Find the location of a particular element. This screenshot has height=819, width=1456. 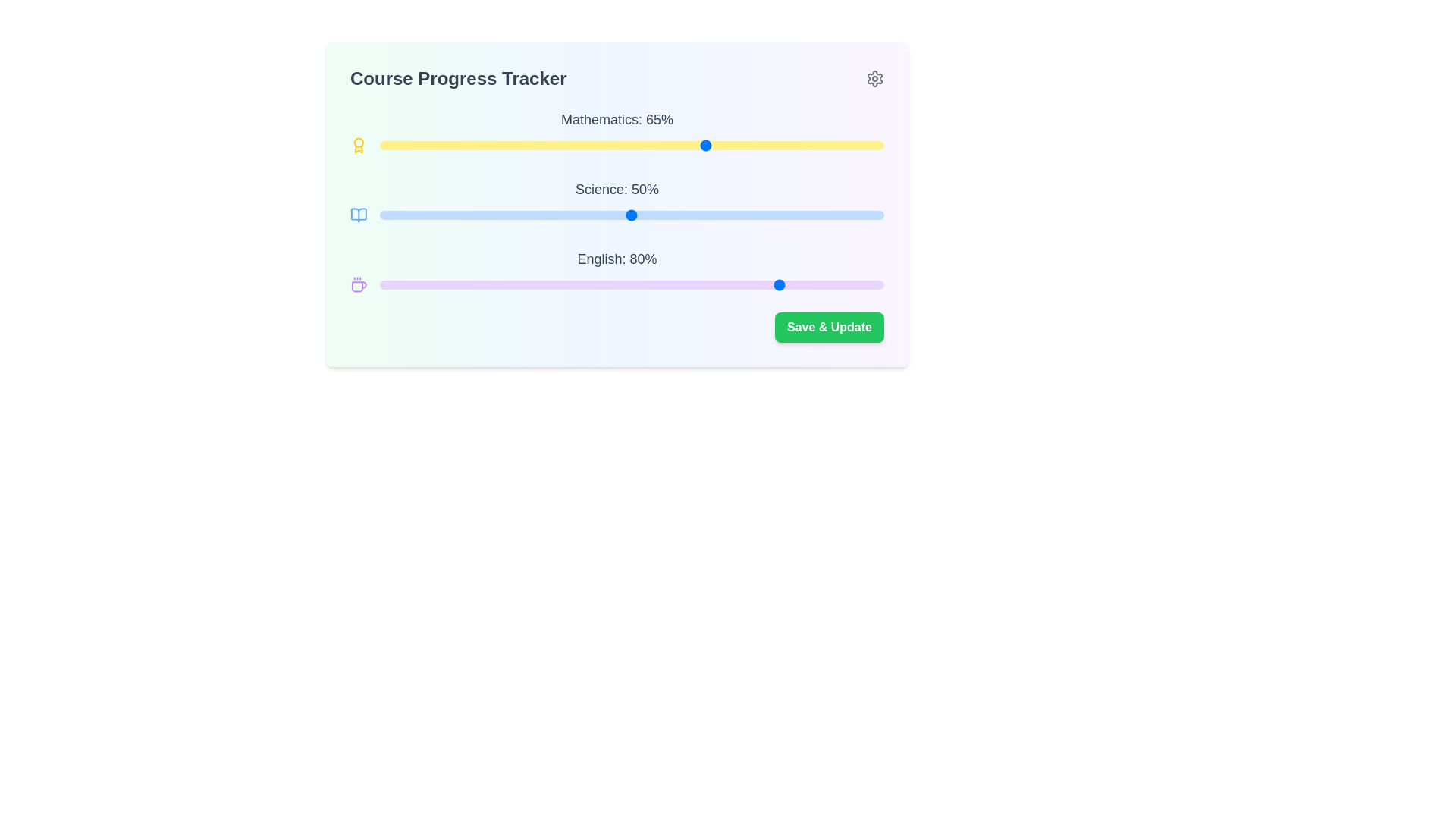

the mathematics progress slider is located at coordinates (409, 146).